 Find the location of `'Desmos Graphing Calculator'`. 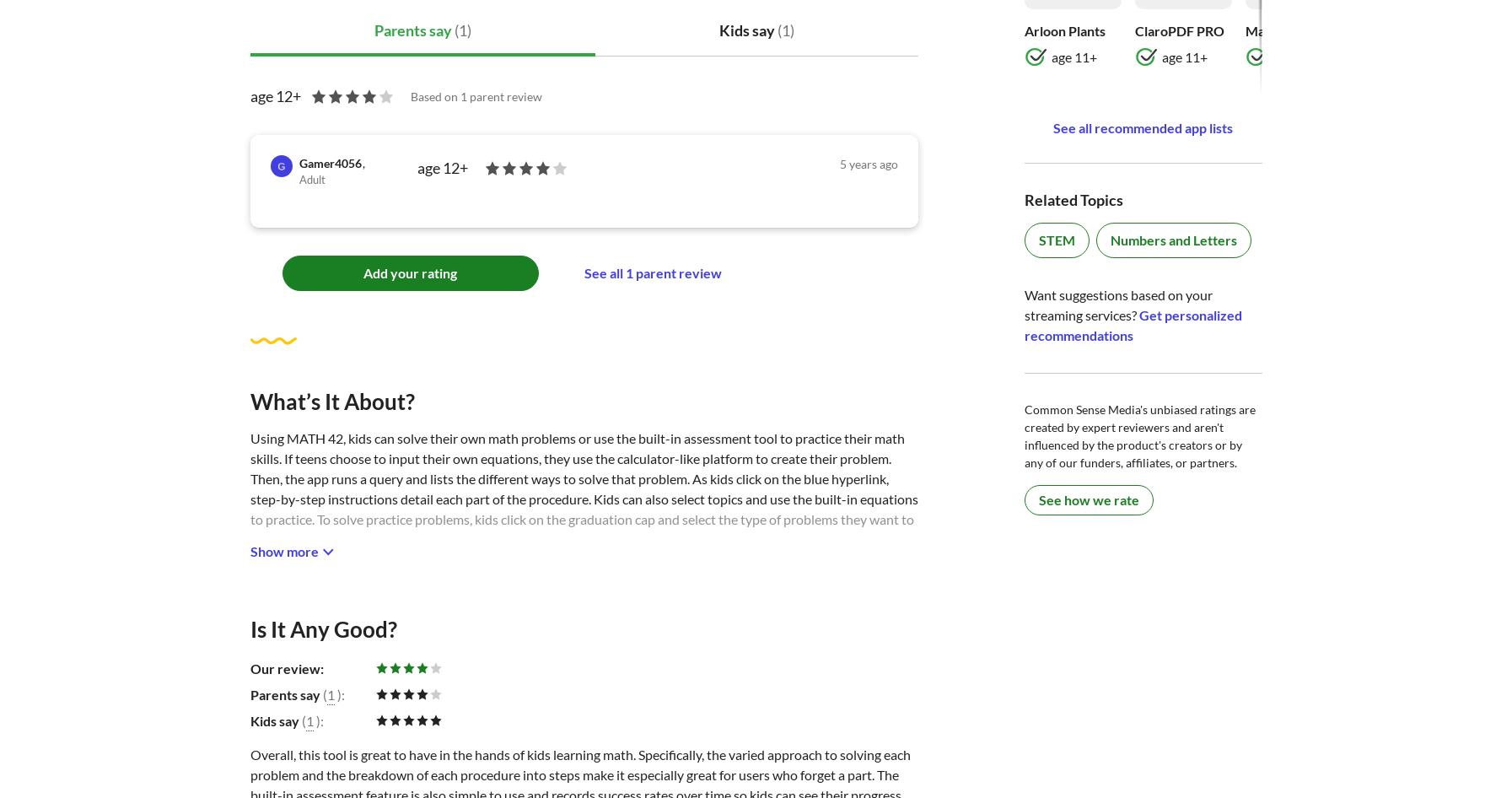

'Desmos Graphing Calculator' is located at coordinates (998, 30).